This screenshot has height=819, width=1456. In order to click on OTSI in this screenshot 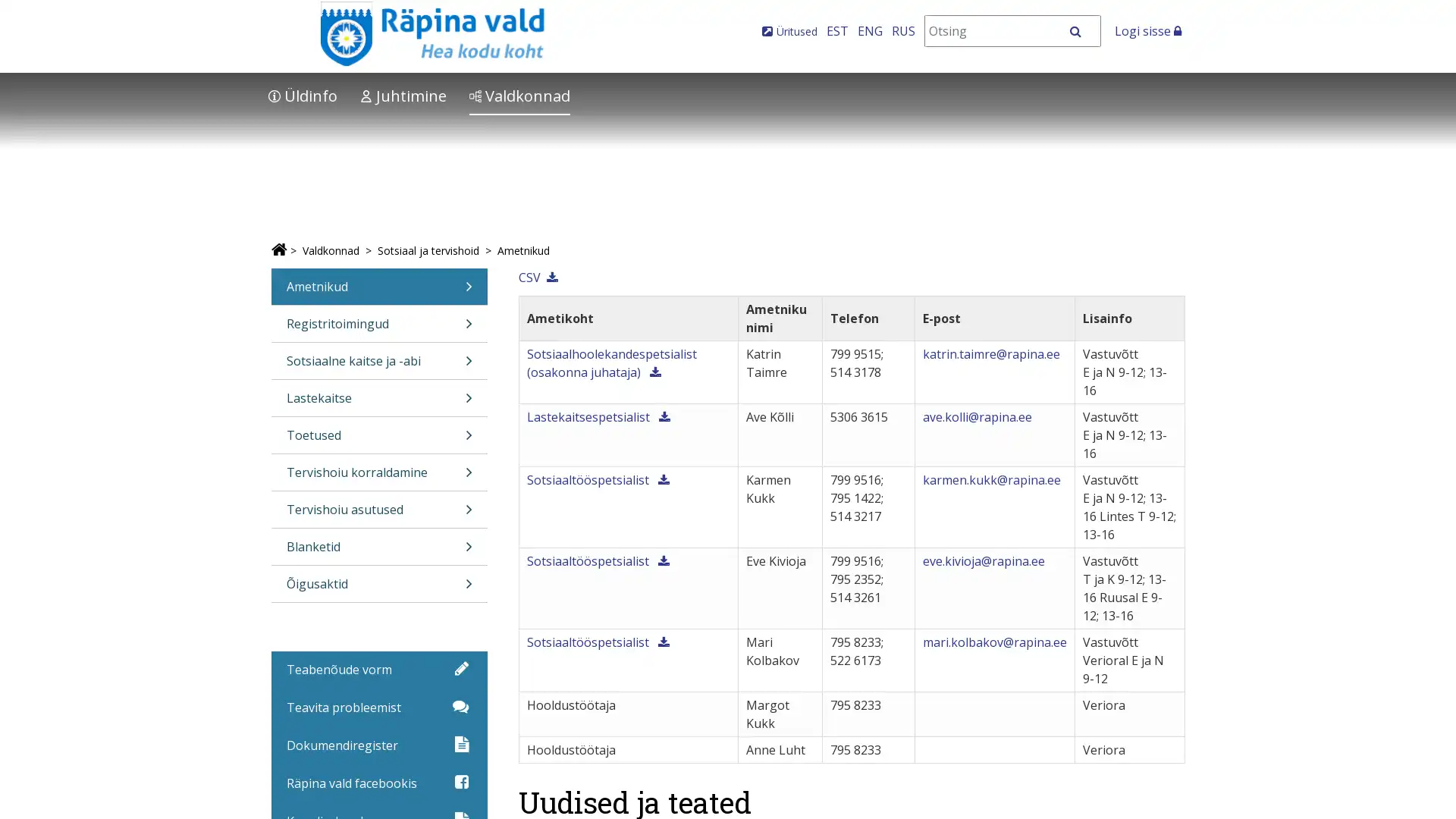, I will do `click(1083, 31)`.